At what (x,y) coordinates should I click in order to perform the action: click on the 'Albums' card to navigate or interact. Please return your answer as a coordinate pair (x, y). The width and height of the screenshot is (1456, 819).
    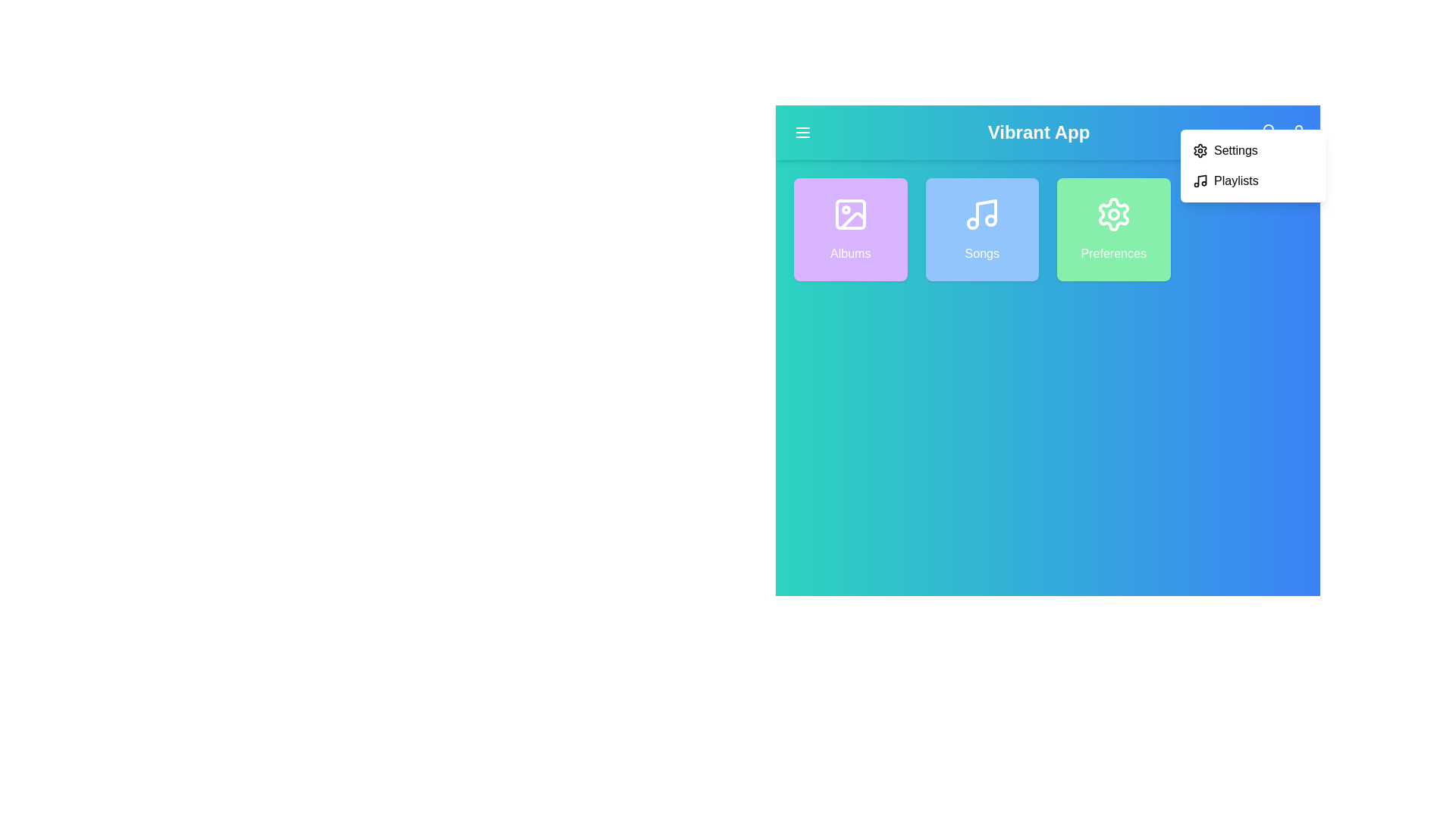
    Looking at the image, I should click on (850, 230).